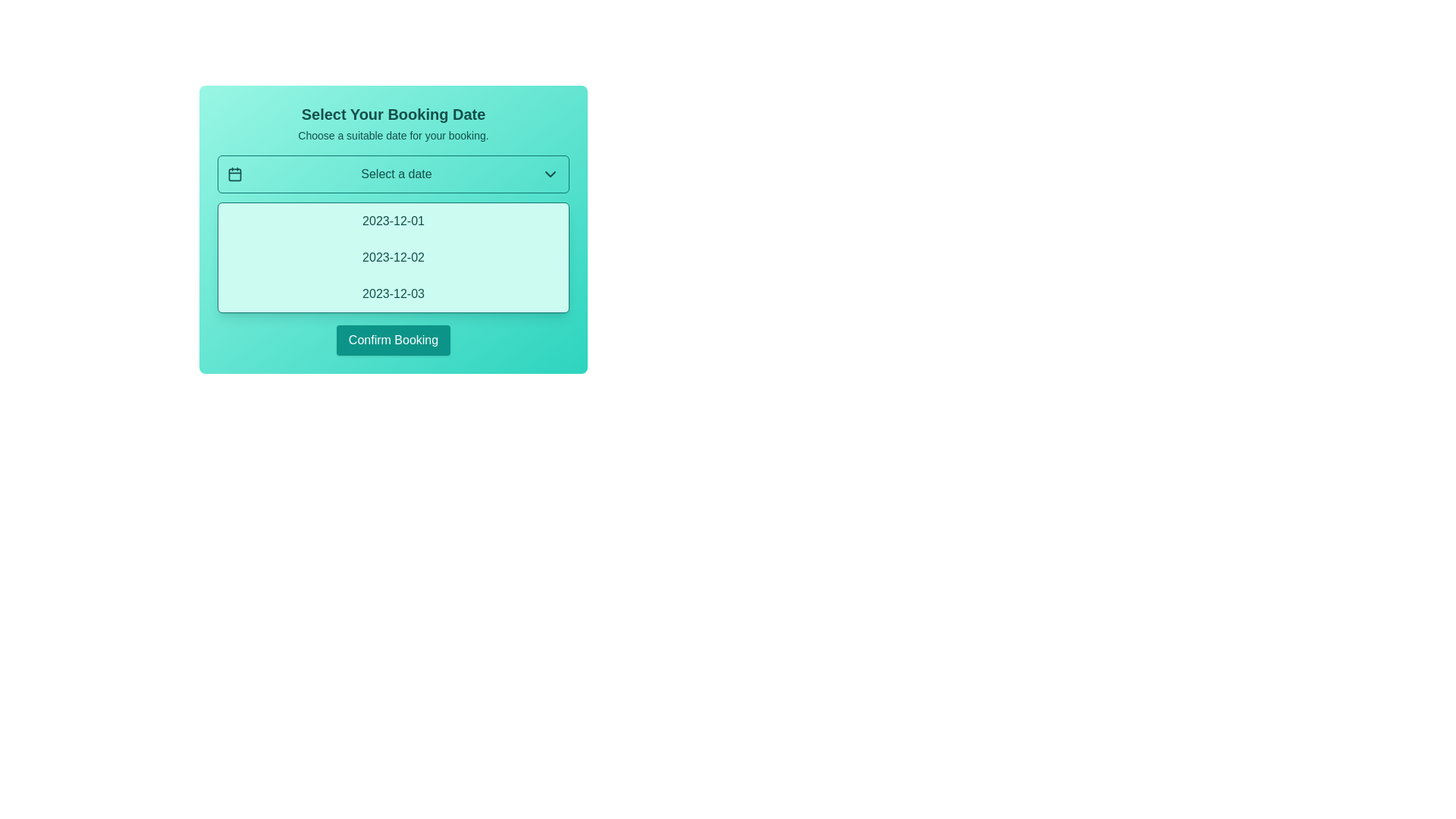 The height and width of the screenshot is (819, 1456). I want to click on the header text that reads 'Select Your Booking Date', which is bold and large-font, positioned at the top of the booking interface panel, so click(393, 113).